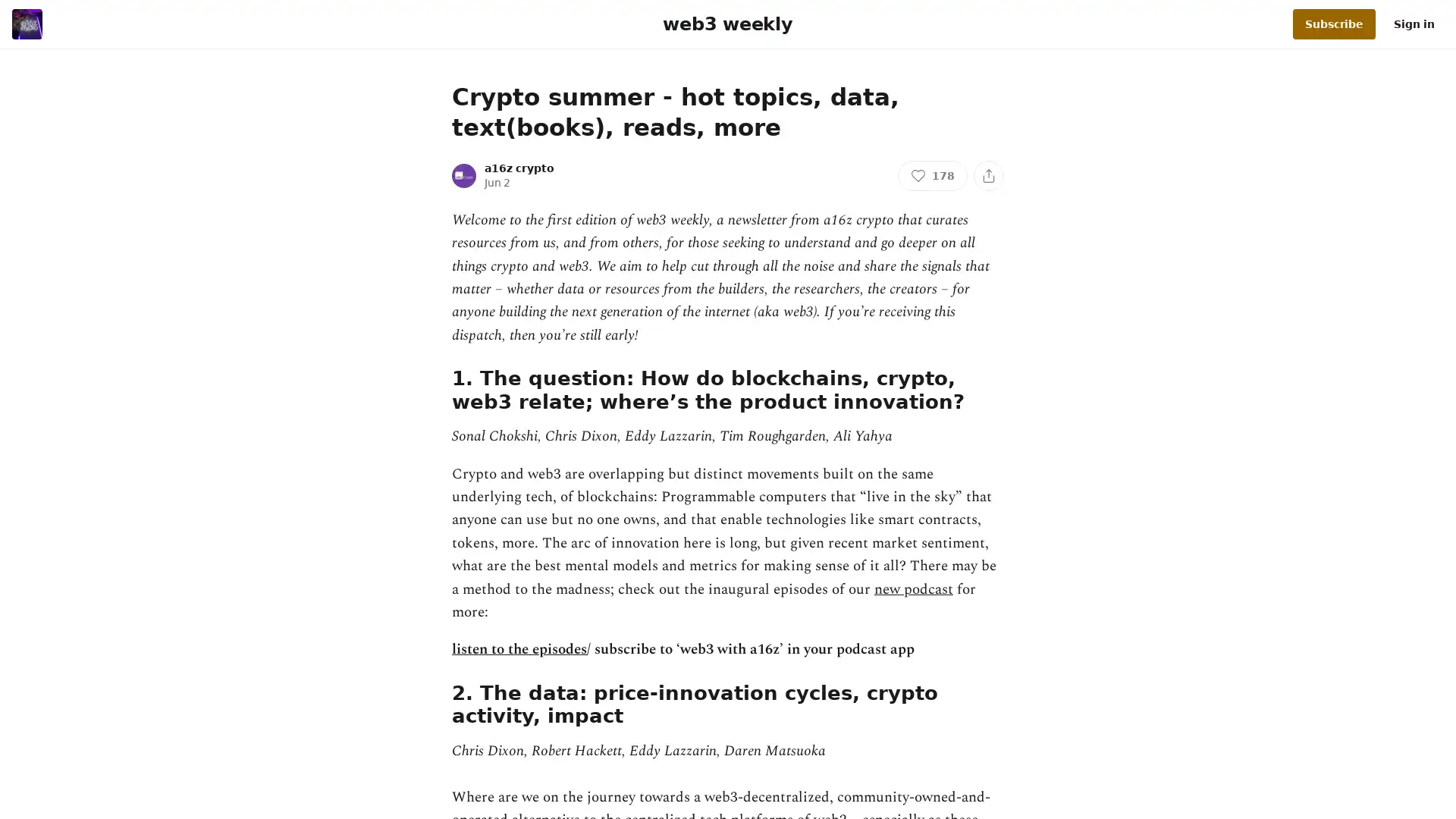 The image size is (1456, 819). Describe the element at coordinates (1333, 24) in the screenshot. I see `Subscribe` at that location.